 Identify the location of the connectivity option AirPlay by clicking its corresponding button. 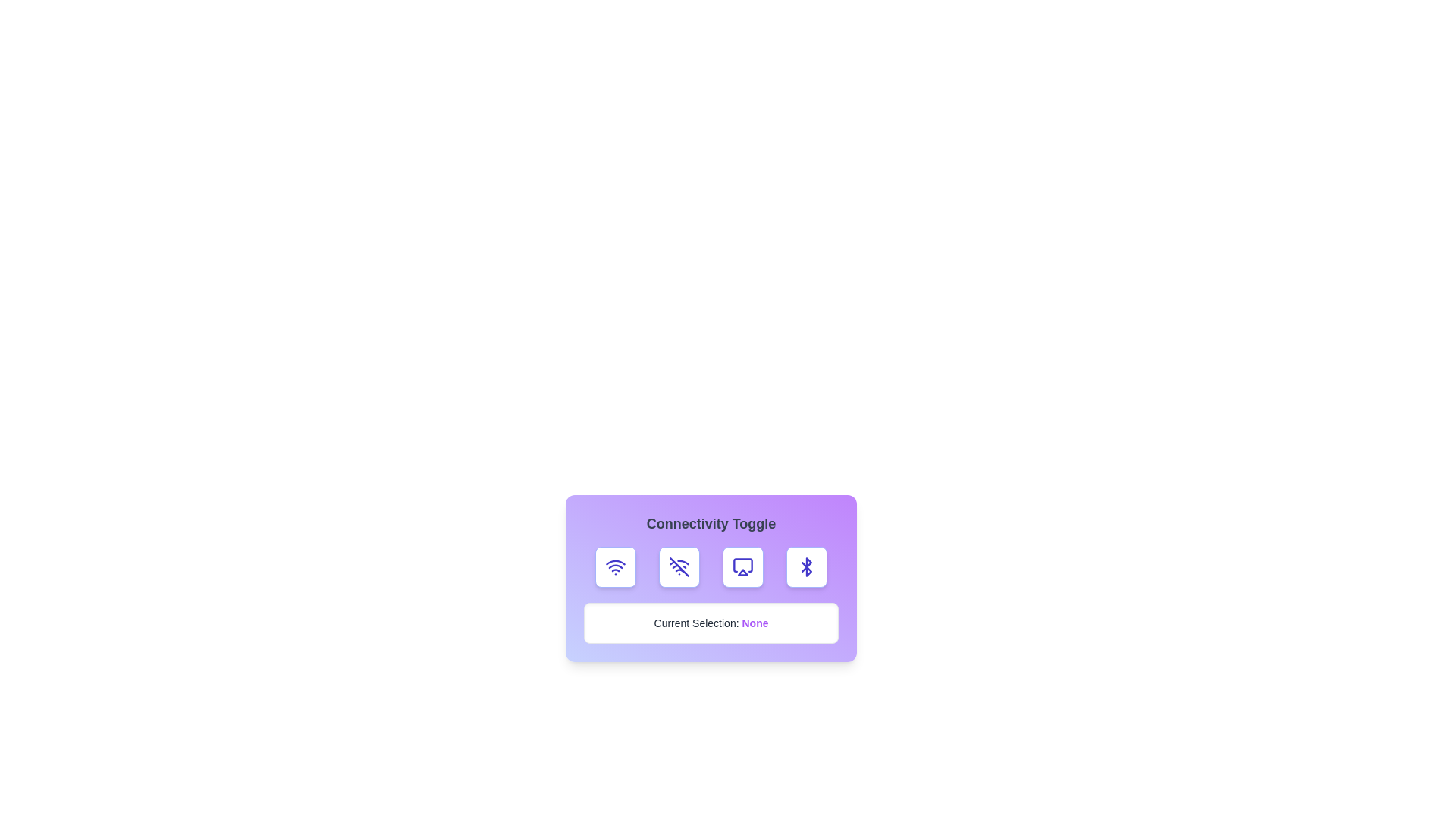
(742, 567).